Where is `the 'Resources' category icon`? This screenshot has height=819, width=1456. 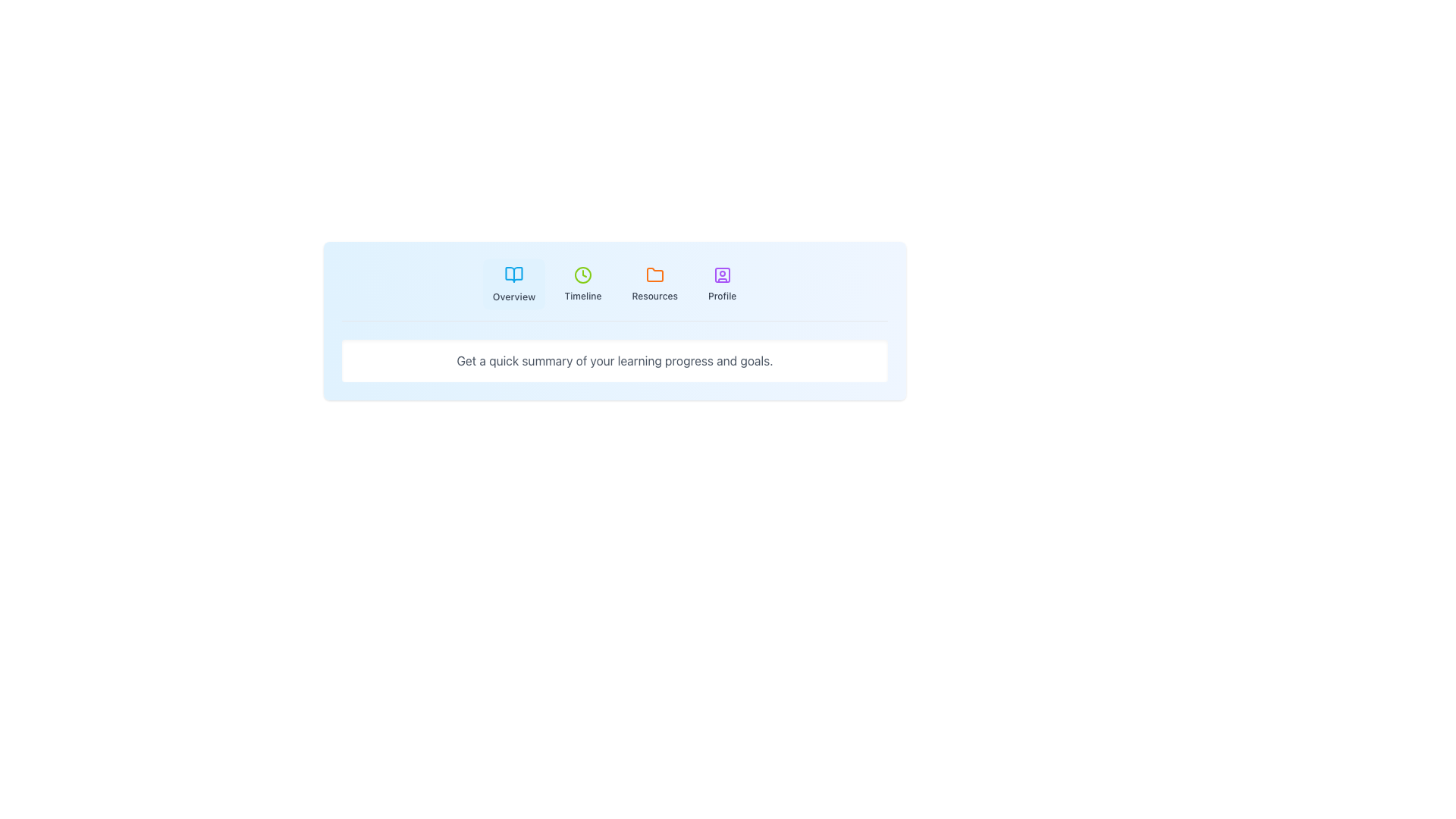 the 'Resources' category icon is located at coordinates (654, 275).